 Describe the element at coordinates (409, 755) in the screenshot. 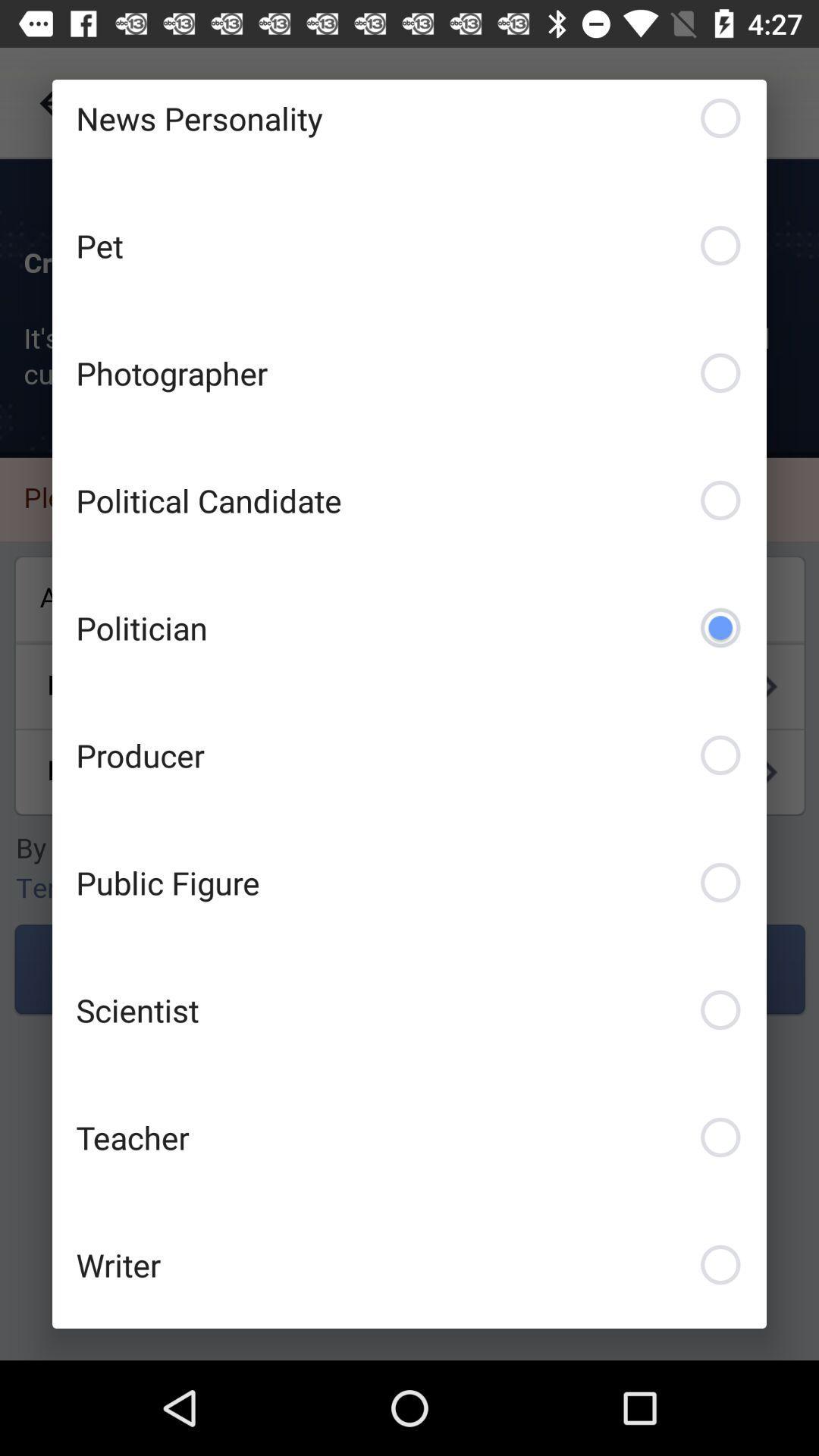

I see `the producer item` at that location.